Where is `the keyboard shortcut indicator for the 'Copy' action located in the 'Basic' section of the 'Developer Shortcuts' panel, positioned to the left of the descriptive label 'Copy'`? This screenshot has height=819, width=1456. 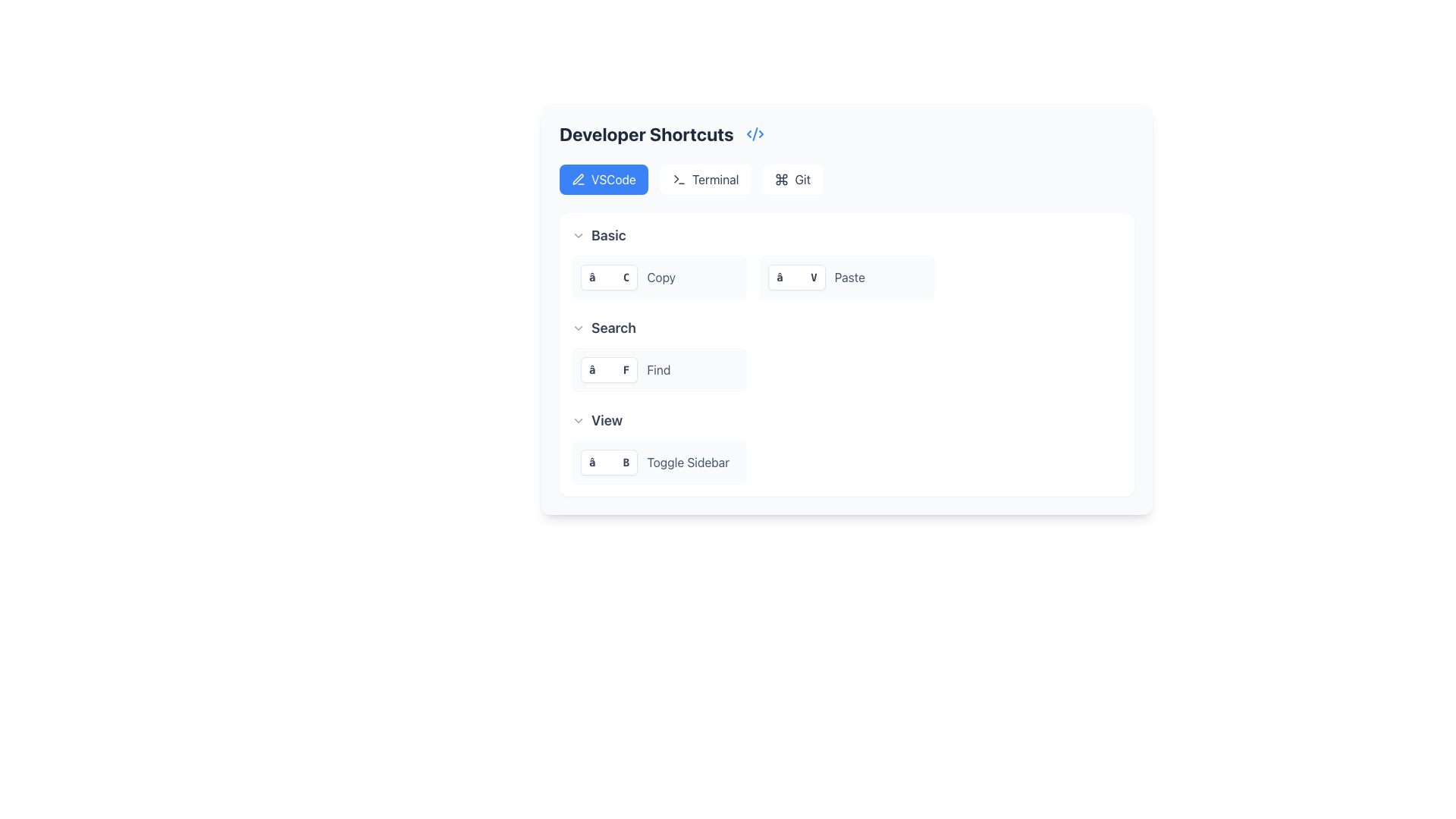 the keyboard shortcut indicator for the 'Copy' action located in the 'Basic' section of the 'Developer Shortcuts' panel, positioned to the left of the descriptive label 'Copy' is located at coordinates (609, 278).